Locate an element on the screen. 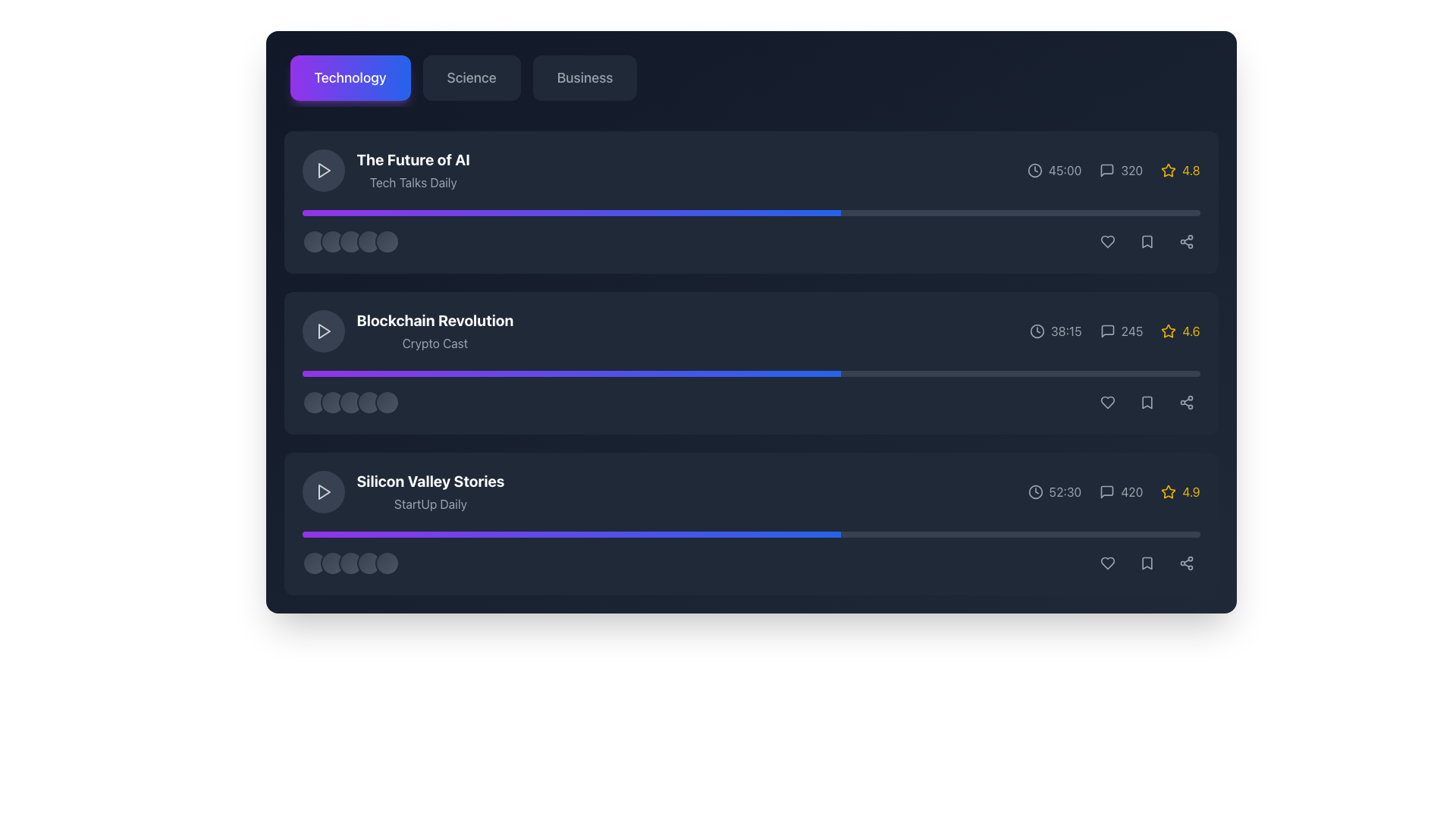 This screenshot has width=1456, height=819. progress is located at coordinates (738, 374).